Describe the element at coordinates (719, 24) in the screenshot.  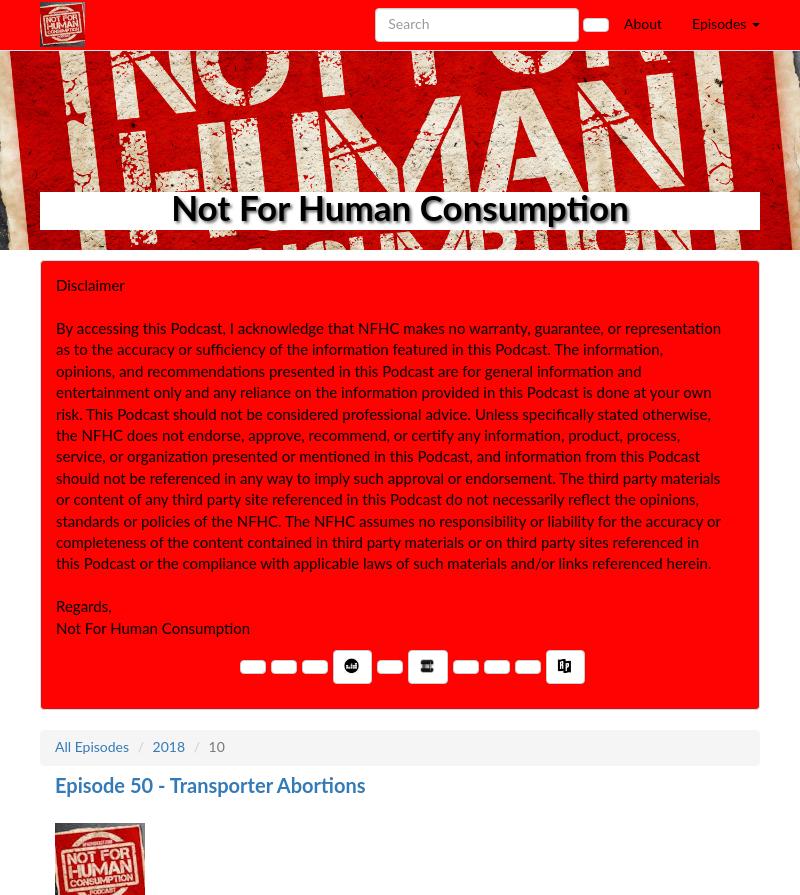
I see `'Episodes'` at that location.